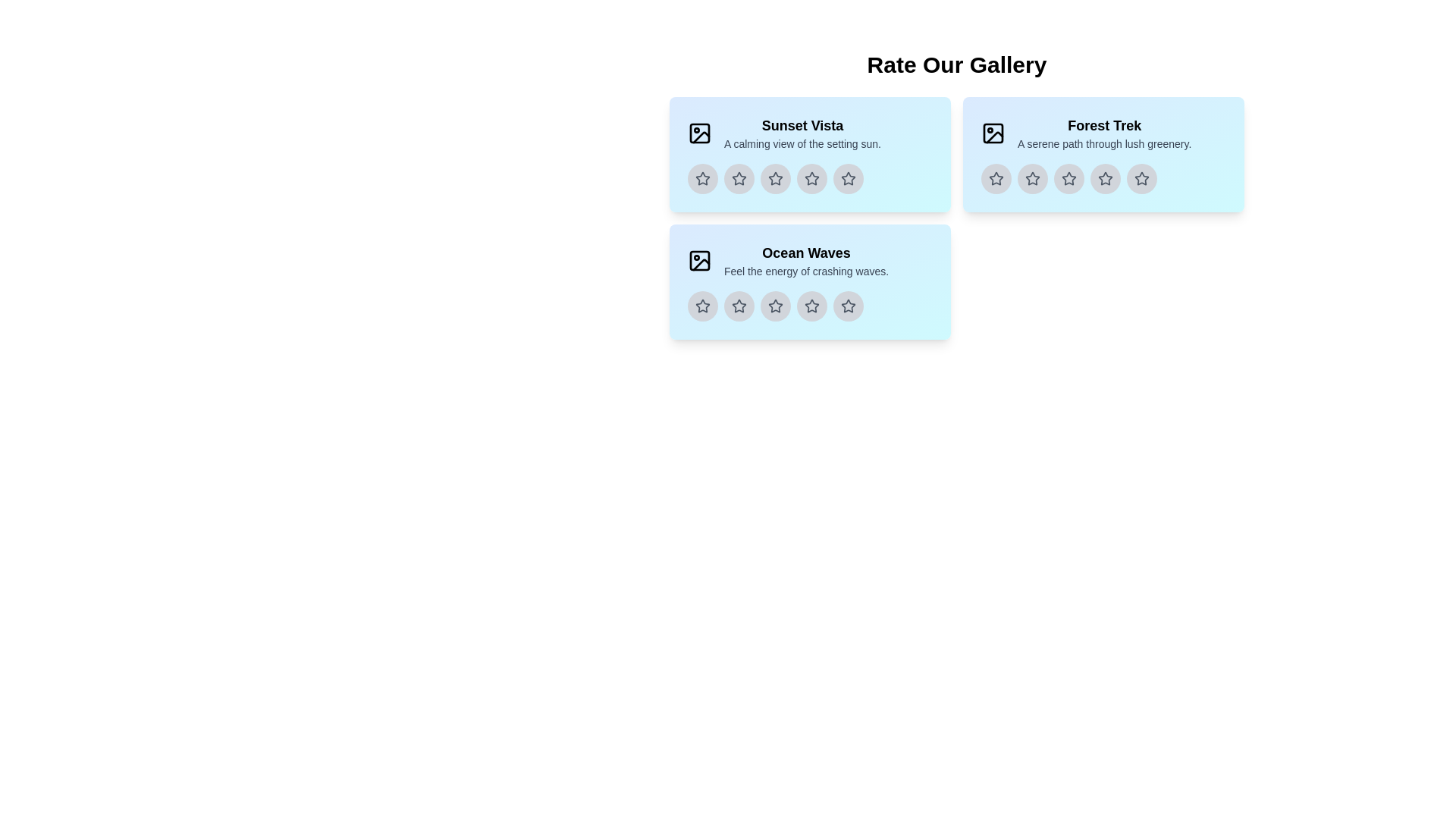  What do you see at coordinates (739, 306) in the screenshot?
I see `the circular button with a gray background and a star icon in the second row, first card ('Ocean Waves')` at bounding box center [739, 306].